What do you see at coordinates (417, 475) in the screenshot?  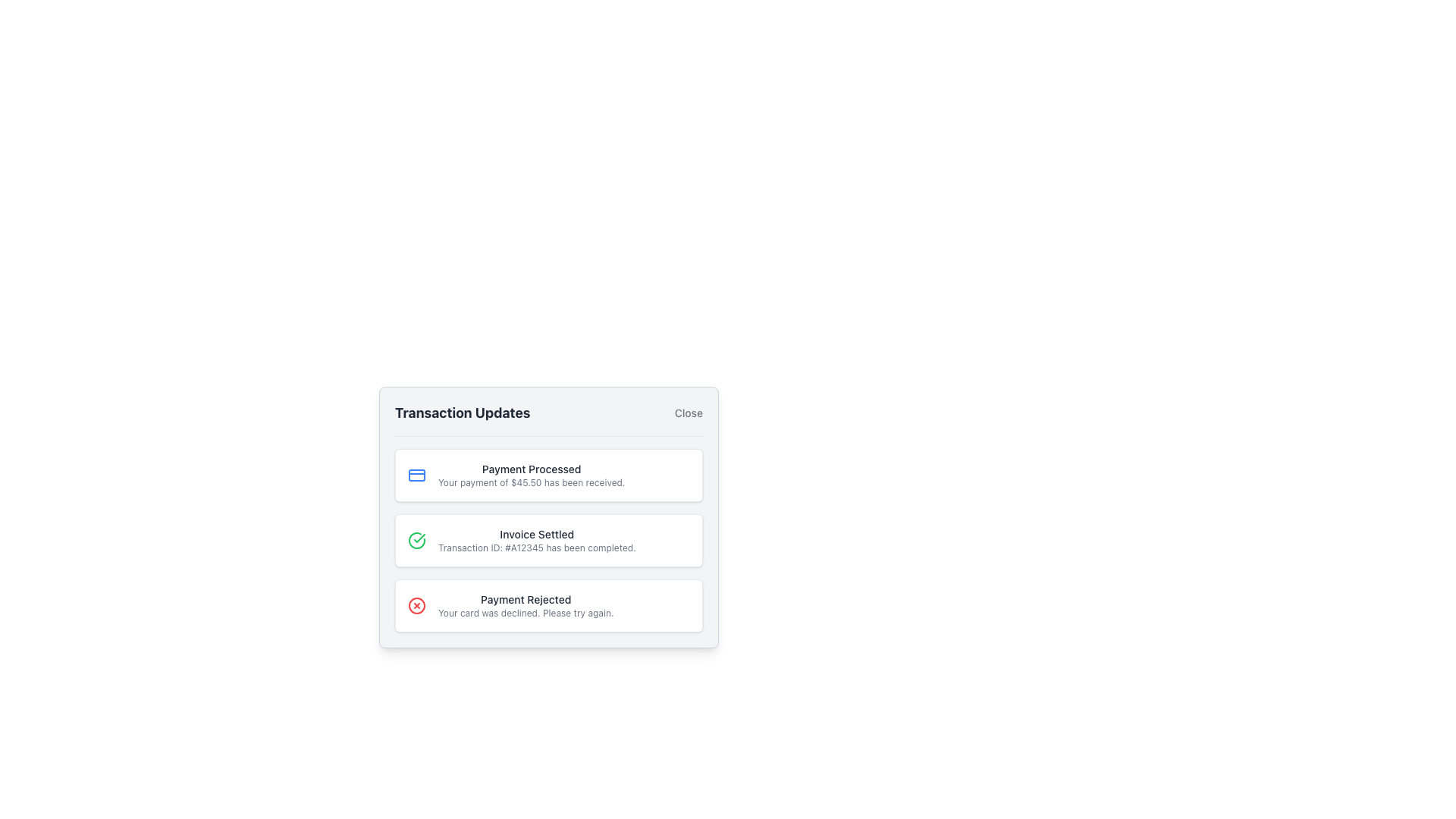 I see `the credit card SVG icon with a blue outline, located to the left of the 'Payment Processed' text in the 'Transaction Updates' panel` at bounding box center [417, 475].